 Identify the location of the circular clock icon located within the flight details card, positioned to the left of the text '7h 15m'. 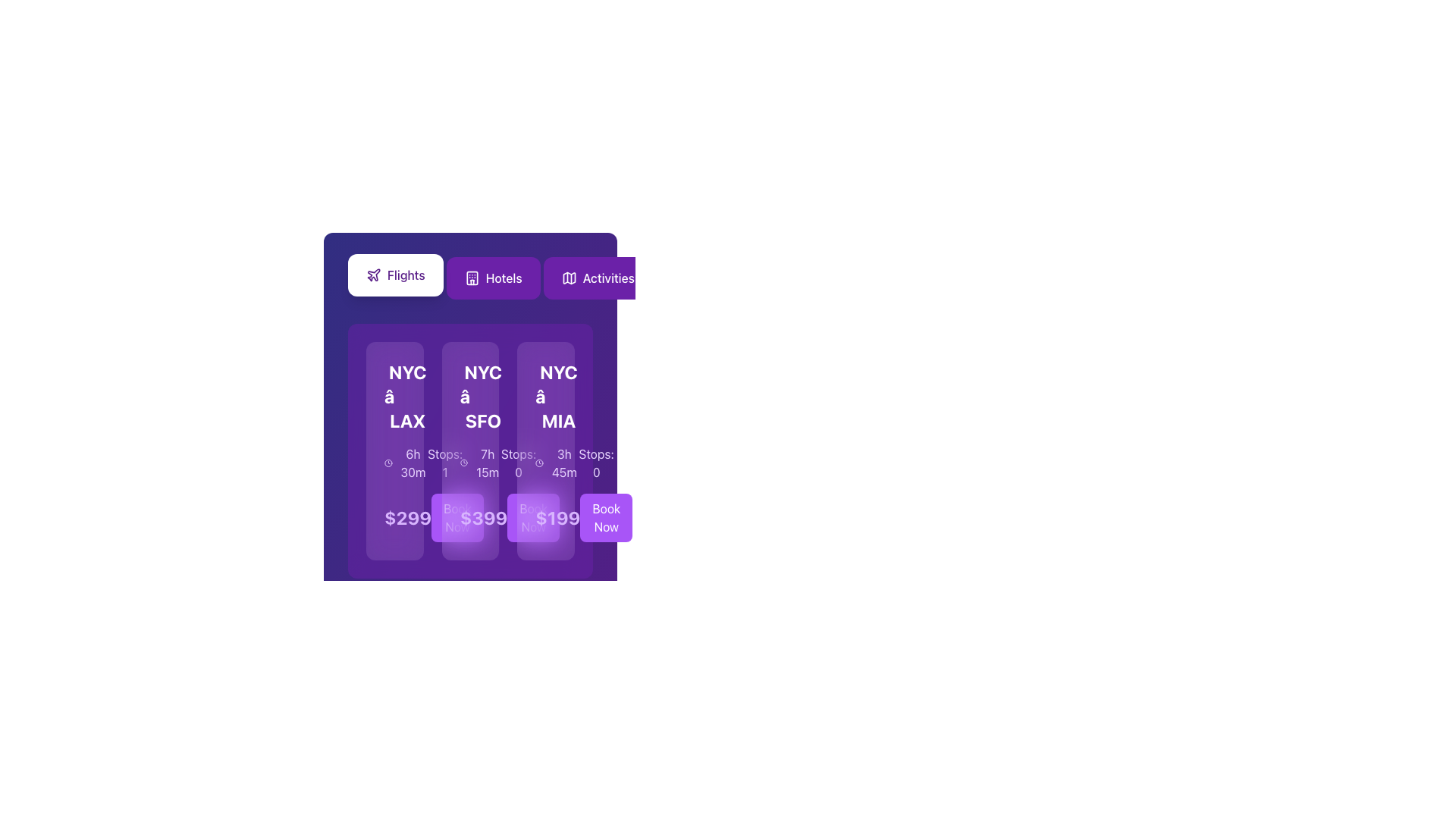
(463, 462).